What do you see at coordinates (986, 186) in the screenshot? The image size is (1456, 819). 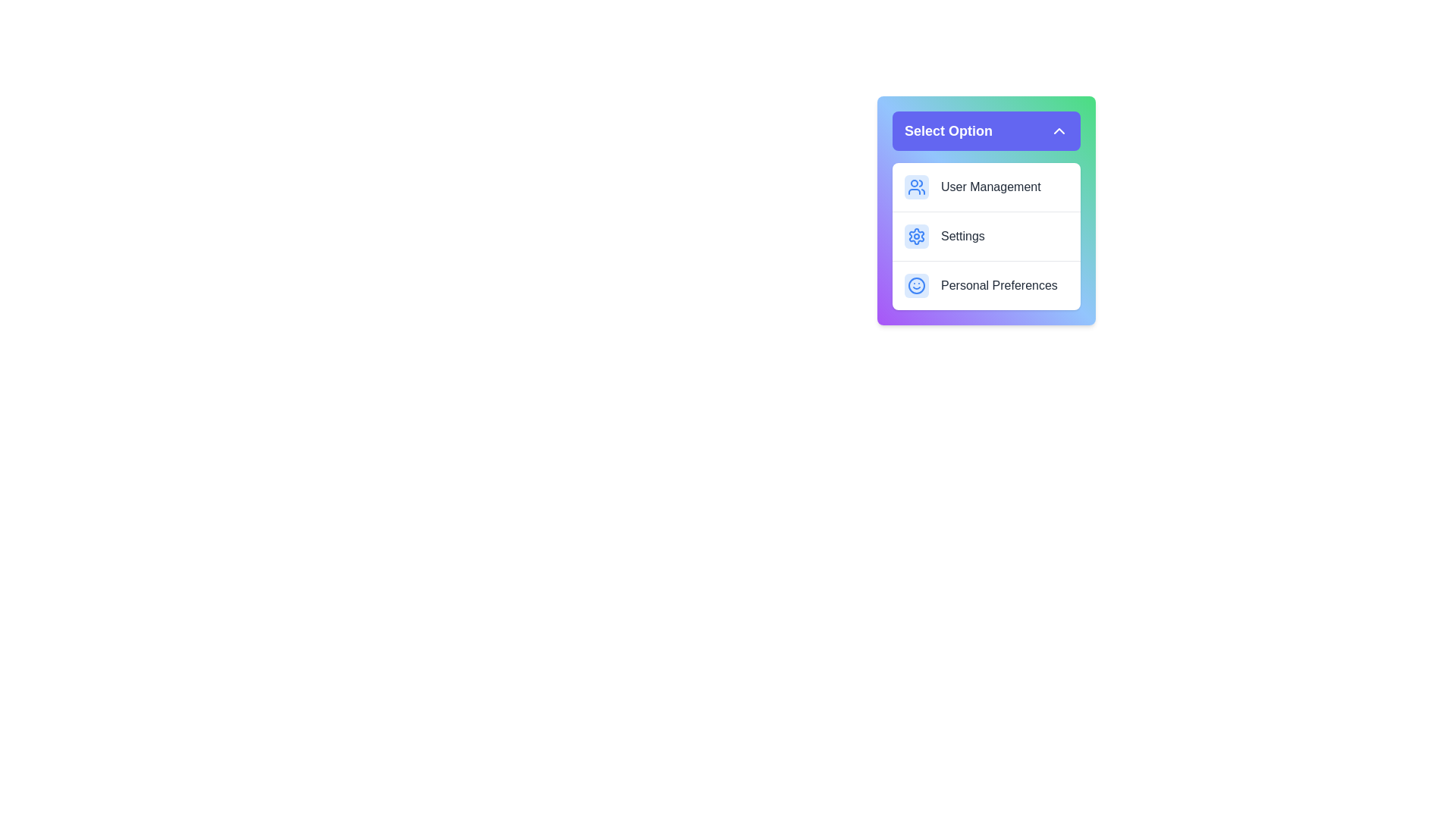 I see `the 'User Management' option in the dropdown menu titled 'Select Option', which is the first item in a vertically stacked layout` at bounding box center [986, 186].